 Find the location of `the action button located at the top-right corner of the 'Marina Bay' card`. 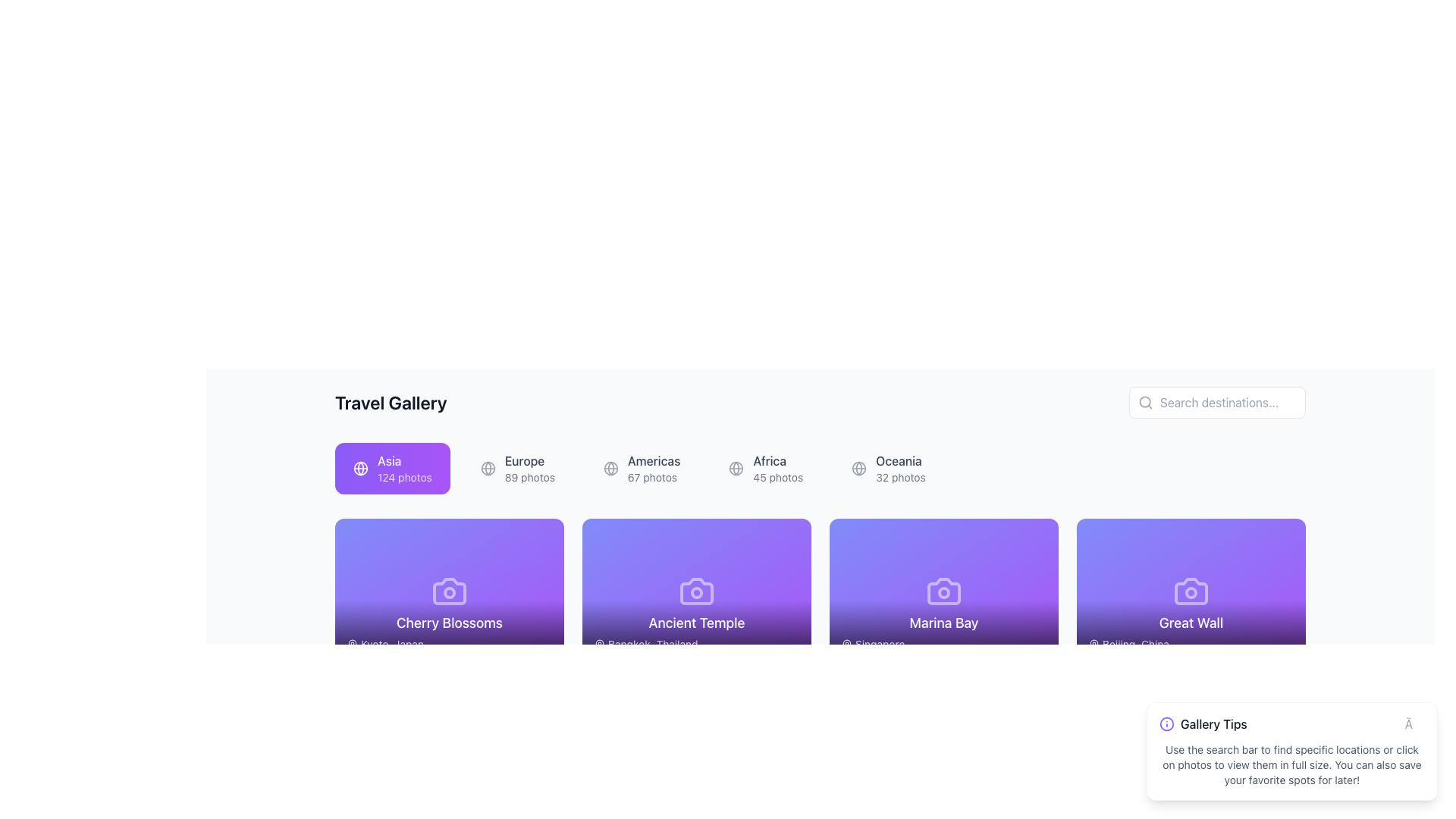

the action button located at the top-right corner of the 'Marina Bay' card is located at coordinates (1033, 543).